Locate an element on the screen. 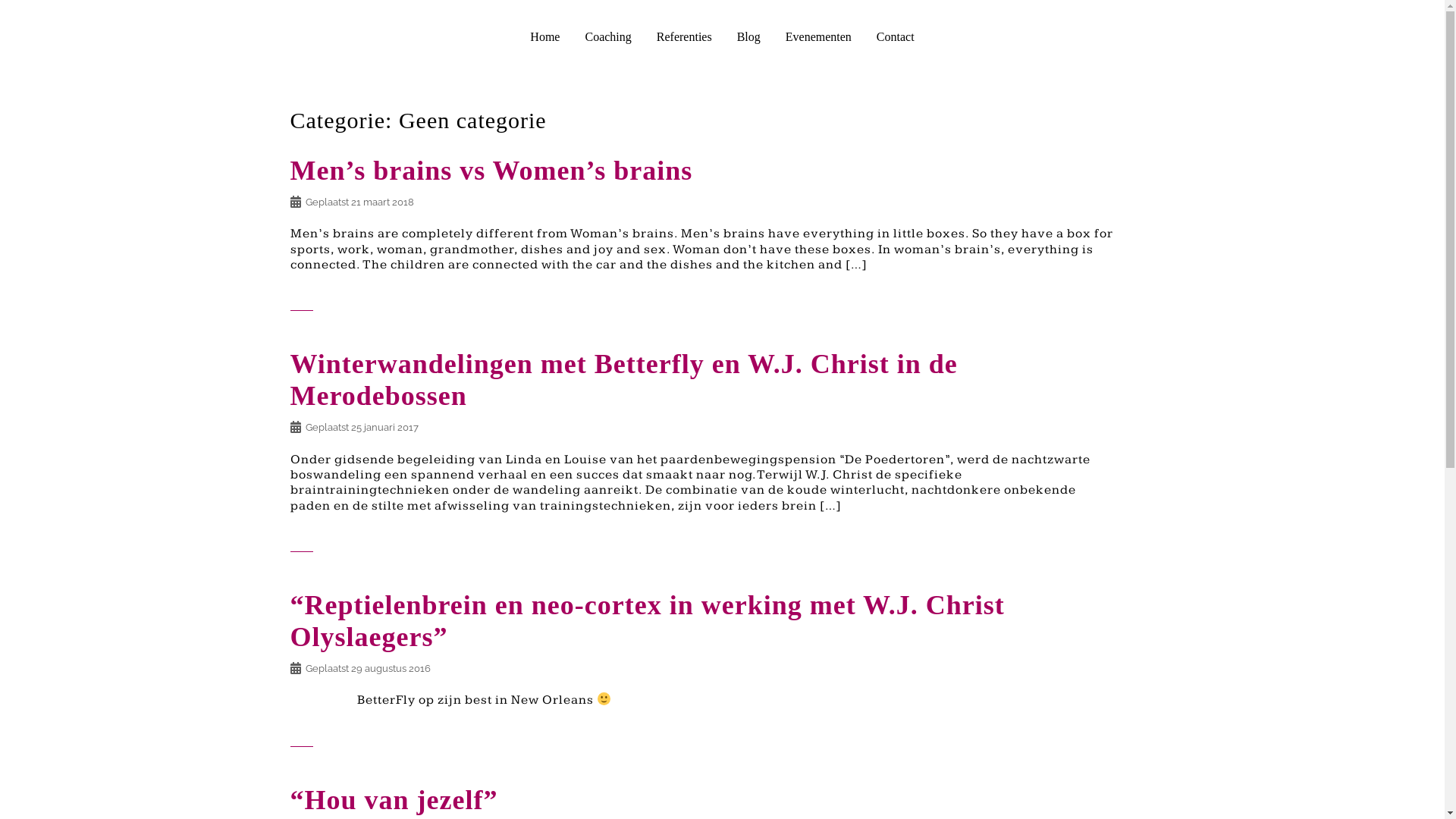 The width and height of the screenshot is (1456, 819). 'Home' is located at coordinates (544, 36).